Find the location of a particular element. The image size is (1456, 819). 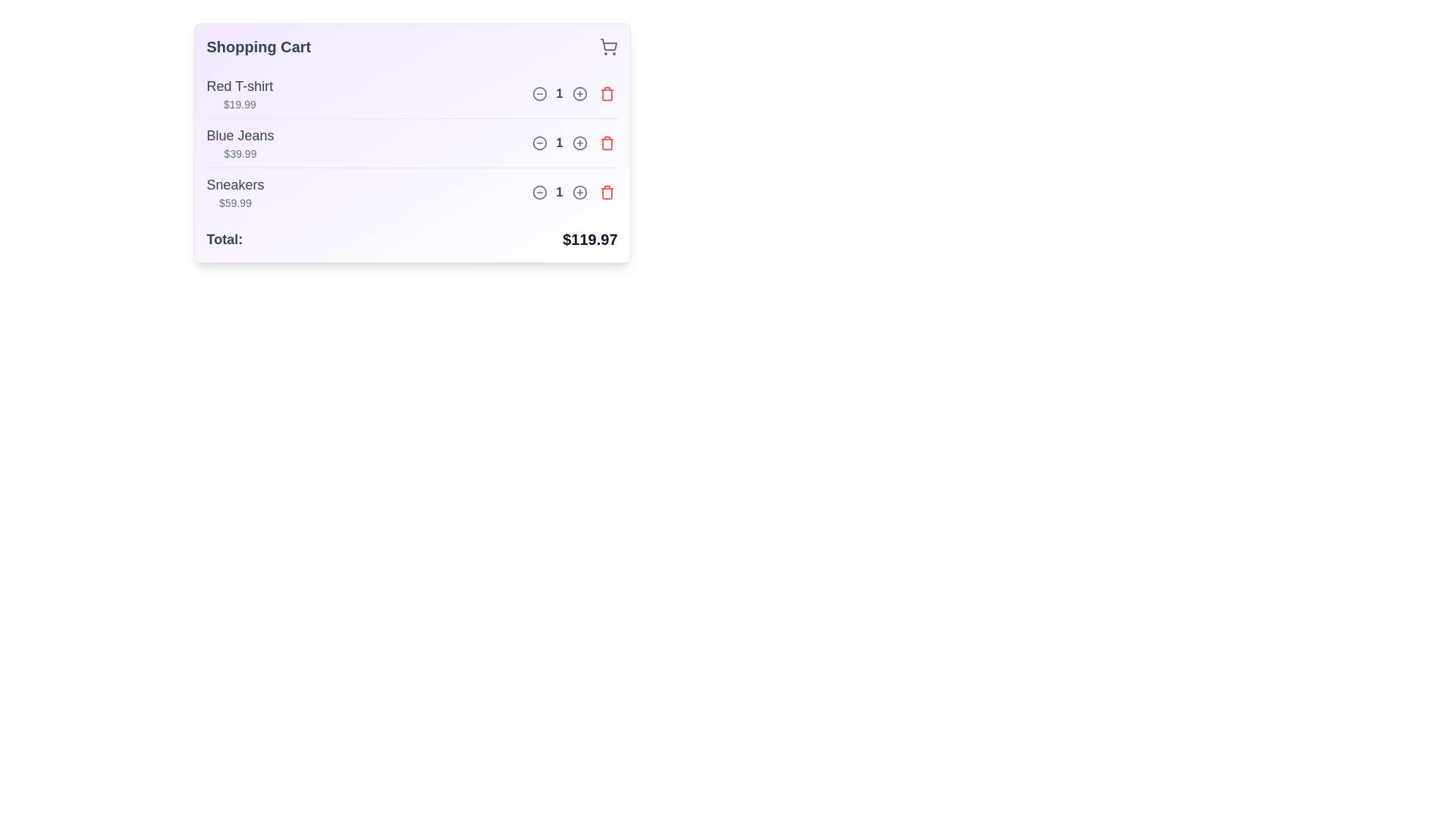

the text label that describes the first item in the shopping cart, which includes its name and price, located near the upper left corner of the cart's item list, above the 'Blue Jeans' item is located at coordinates (239, 93).